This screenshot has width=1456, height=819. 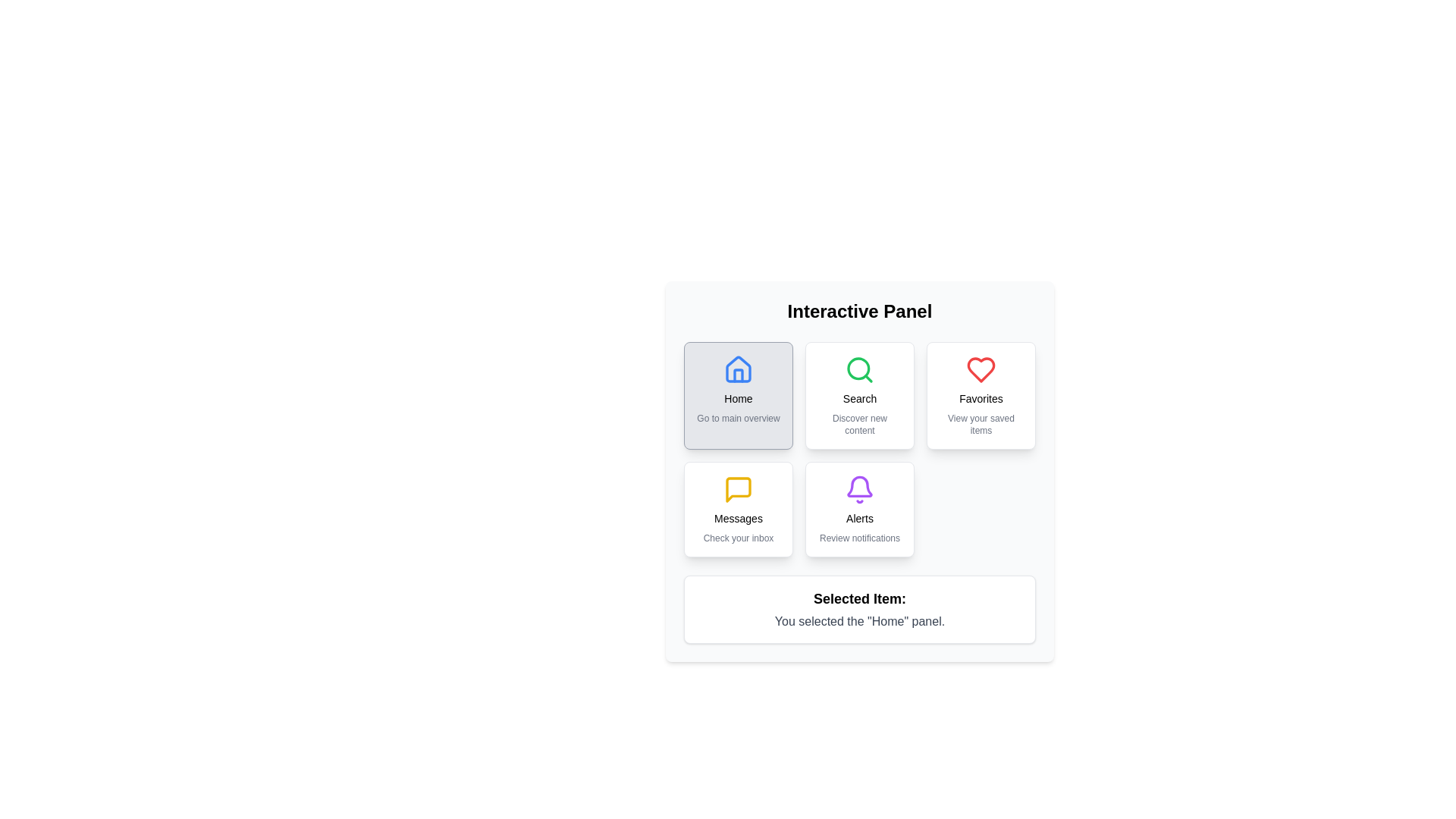 What do you see at coordinates (859, 598) in the screenshot?
I see `the 'Selected Item:' text label, which is bold and located at the top of a white, rounded rectangular box beneath the main interactive panel` at bounding box center [859, 598].